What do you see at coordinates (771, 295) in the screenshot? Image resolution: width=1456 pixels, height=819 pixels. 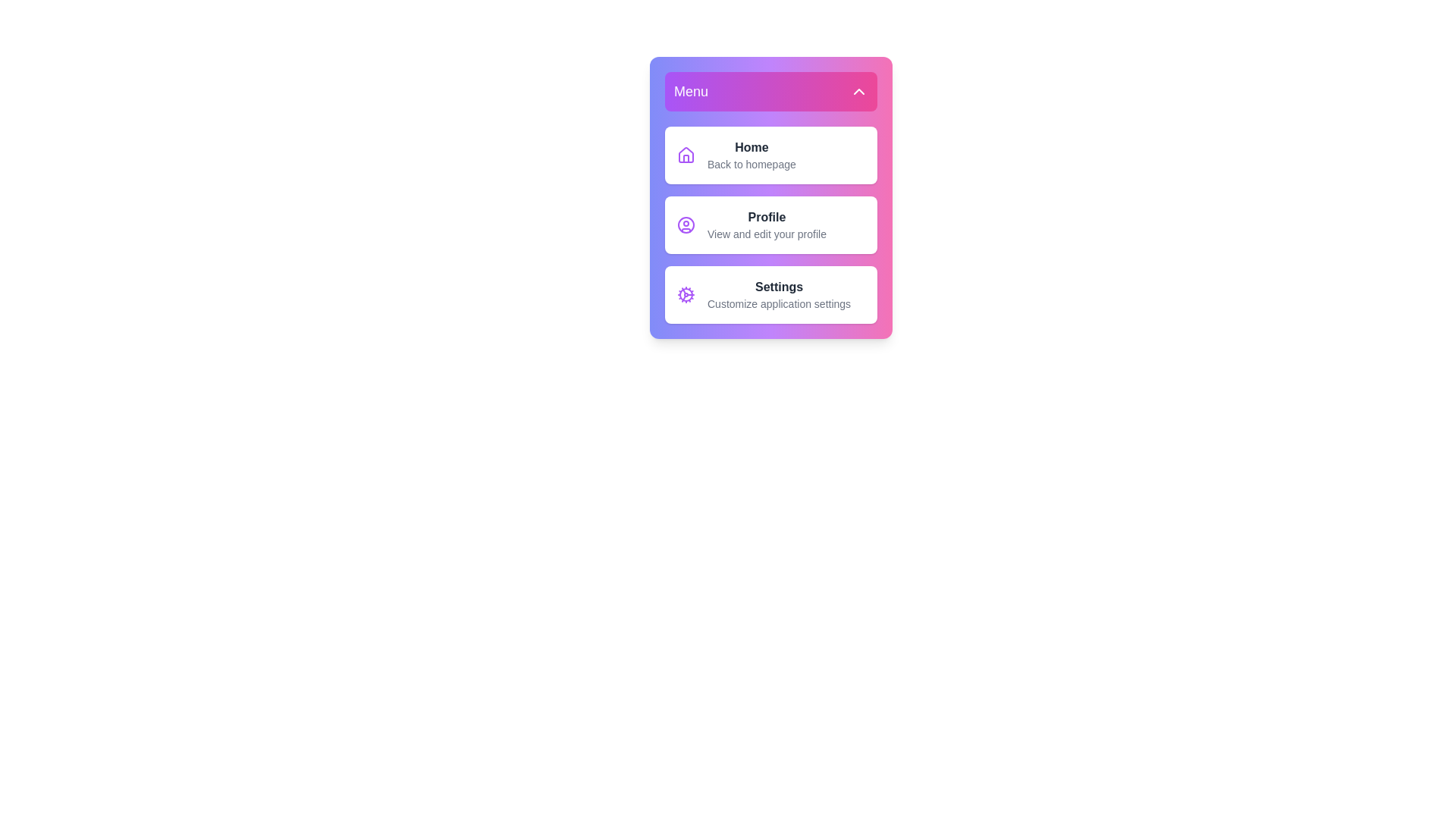 I see `the text of the menu item labeled Settings` at bounding box center [771, 295].